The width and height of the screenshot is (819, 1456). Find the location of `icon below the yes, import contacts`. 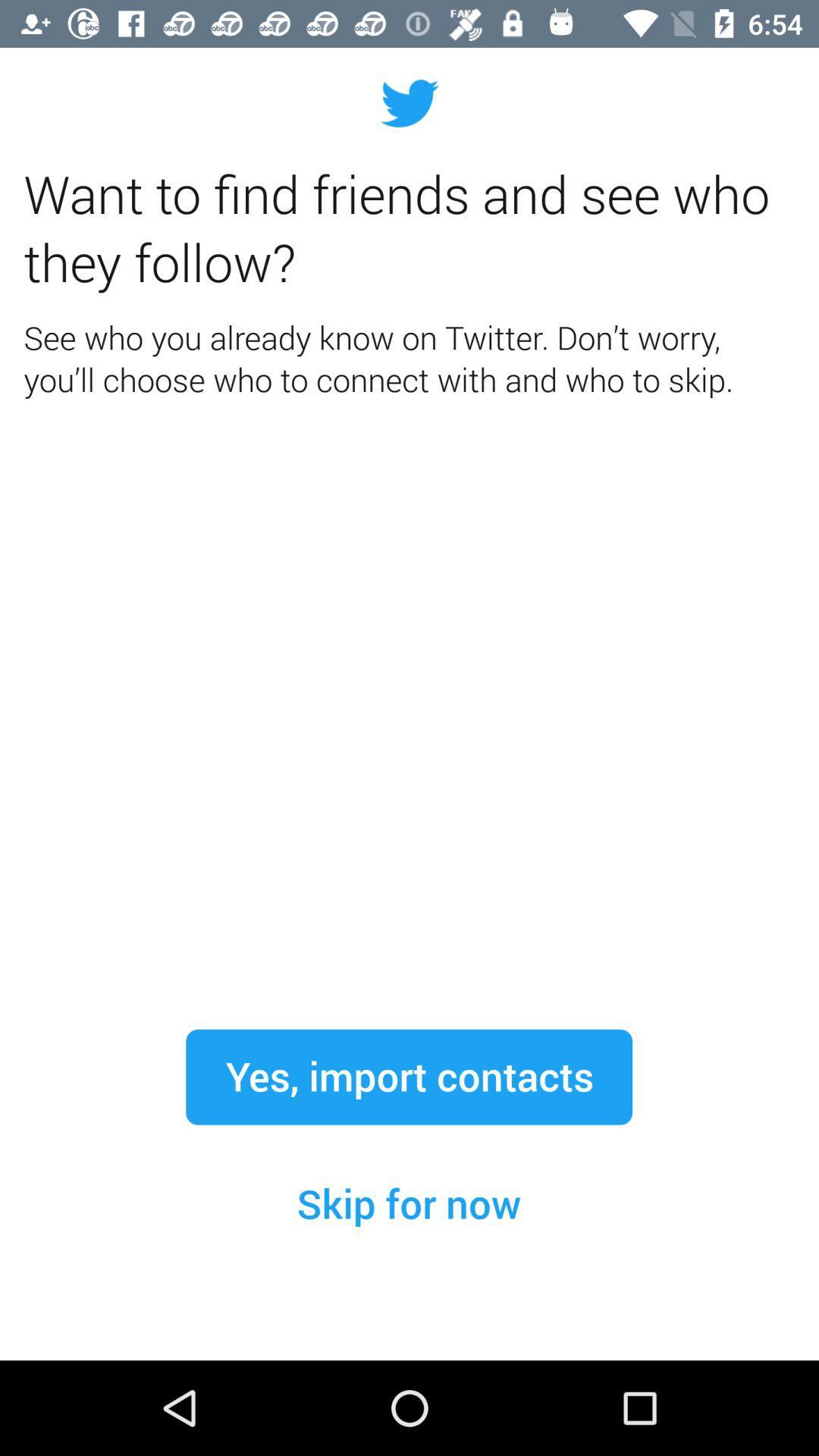

icon below the yes, import contacts is located at coordinates (408, 1203).